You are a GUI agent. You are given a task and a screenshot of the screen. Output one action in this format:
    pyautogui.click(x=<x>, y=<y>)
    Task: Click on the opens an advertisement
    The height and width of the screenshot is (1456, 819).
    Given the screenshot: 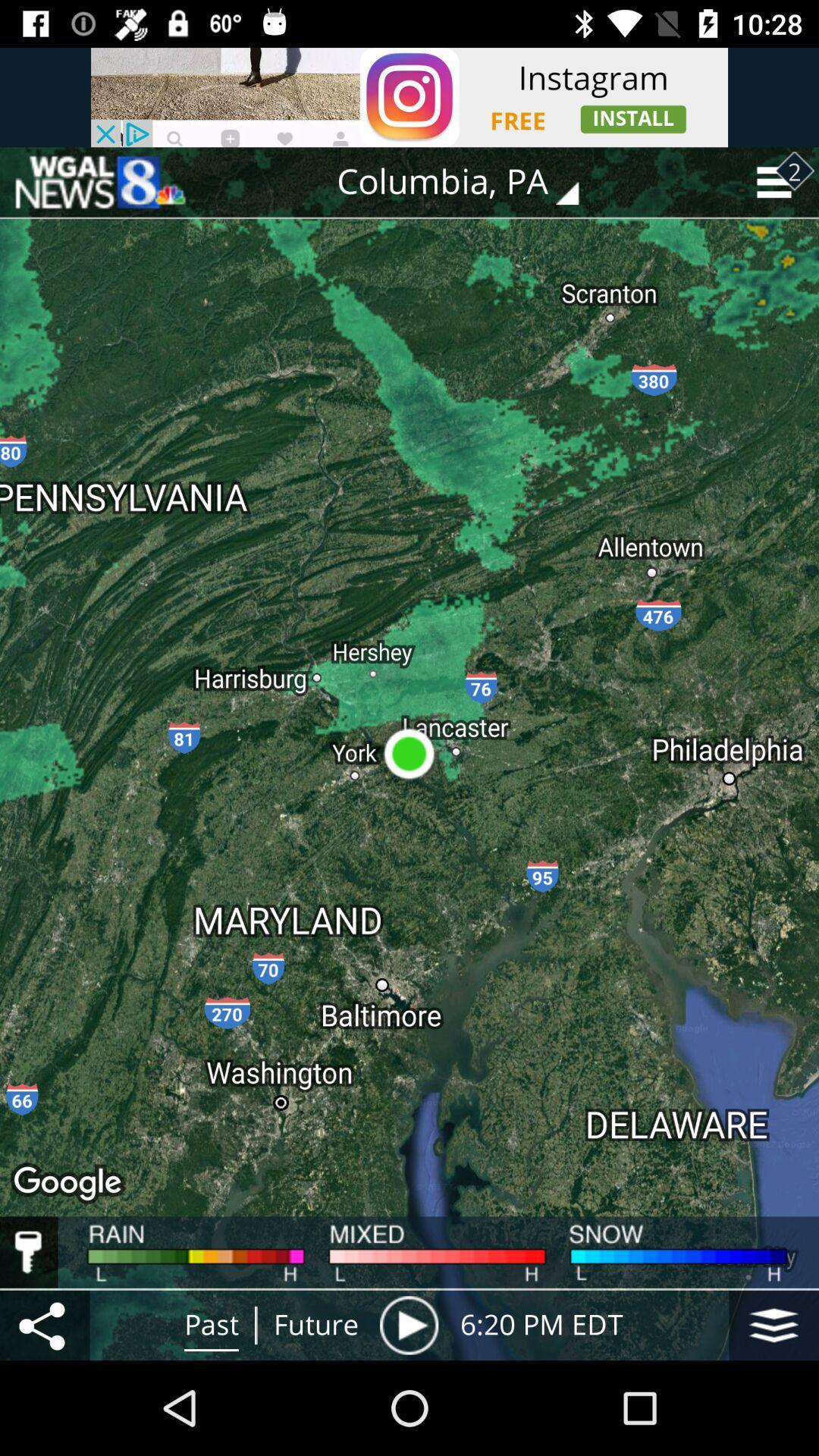 What is the action you would take?
    pyautogui.click(x=409, y=96)
    